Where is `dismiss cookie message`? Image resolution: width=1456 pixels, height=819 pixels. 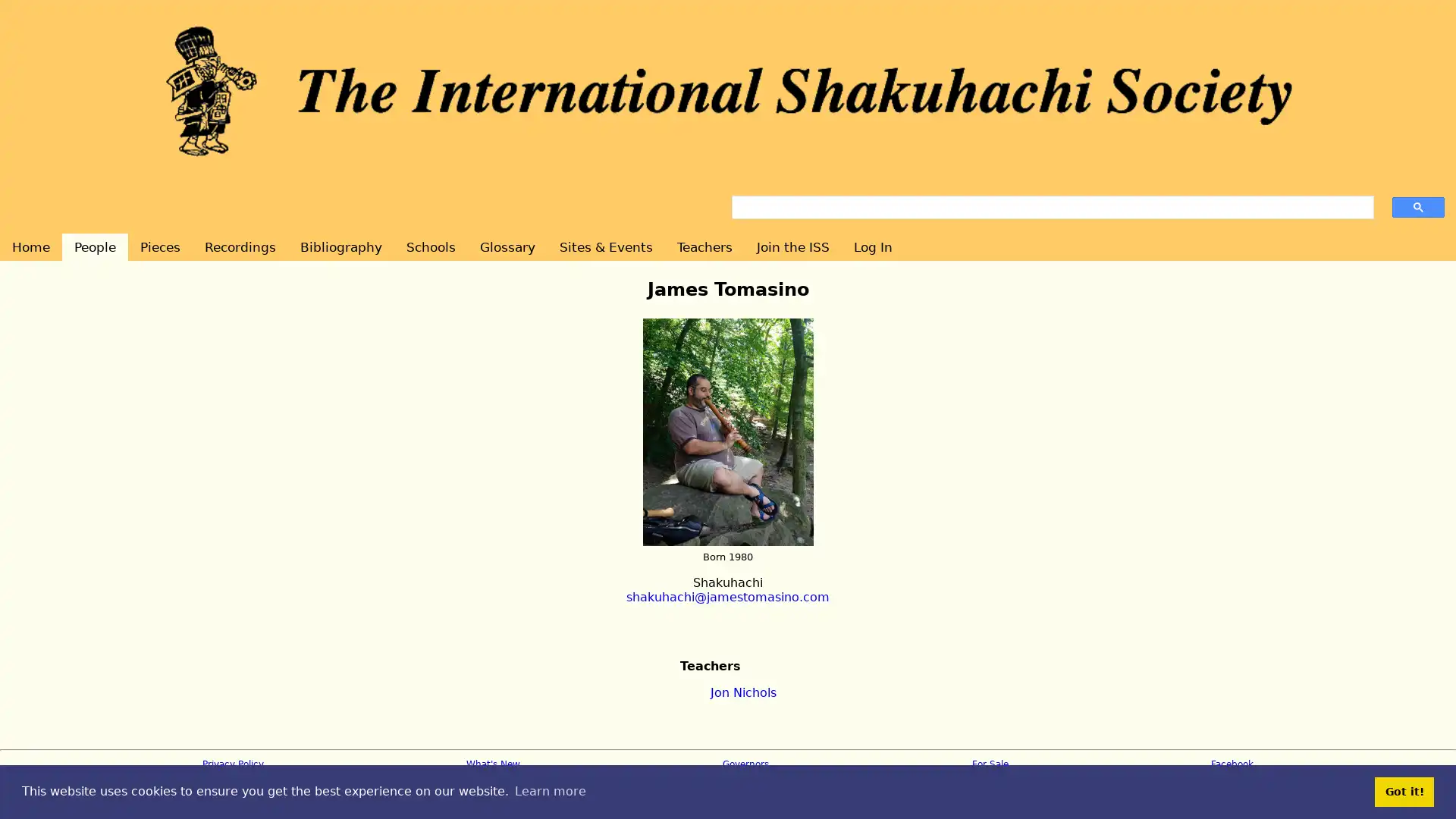
dismiss cookie message is located at coordinates (1404, 791).